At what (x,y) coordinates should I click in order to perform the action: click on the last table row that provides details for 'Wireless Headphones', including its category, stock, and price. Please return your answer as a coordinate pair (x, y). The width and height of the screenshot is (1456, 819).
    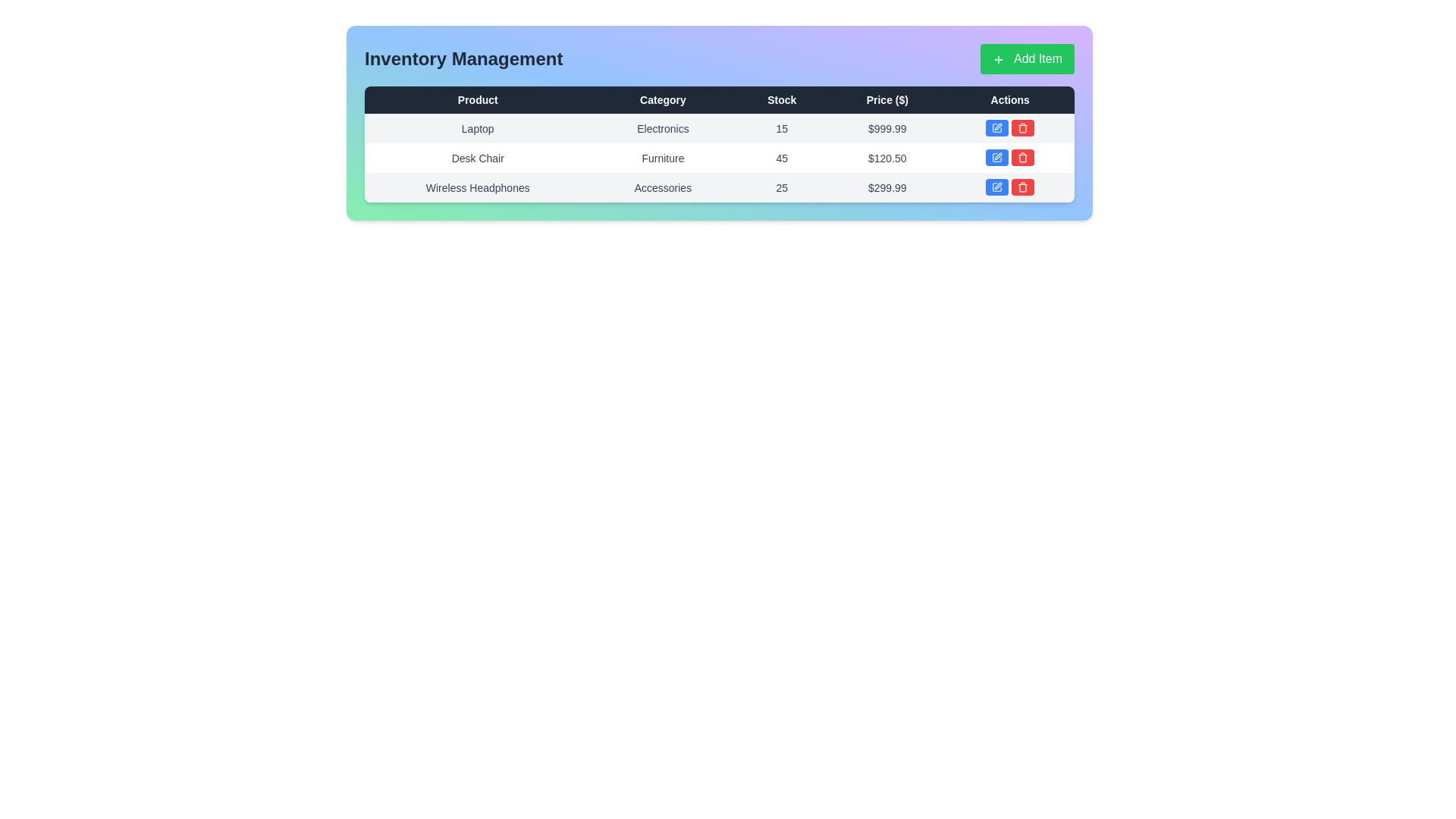
    Looking at the image, I should click on (719, 187).